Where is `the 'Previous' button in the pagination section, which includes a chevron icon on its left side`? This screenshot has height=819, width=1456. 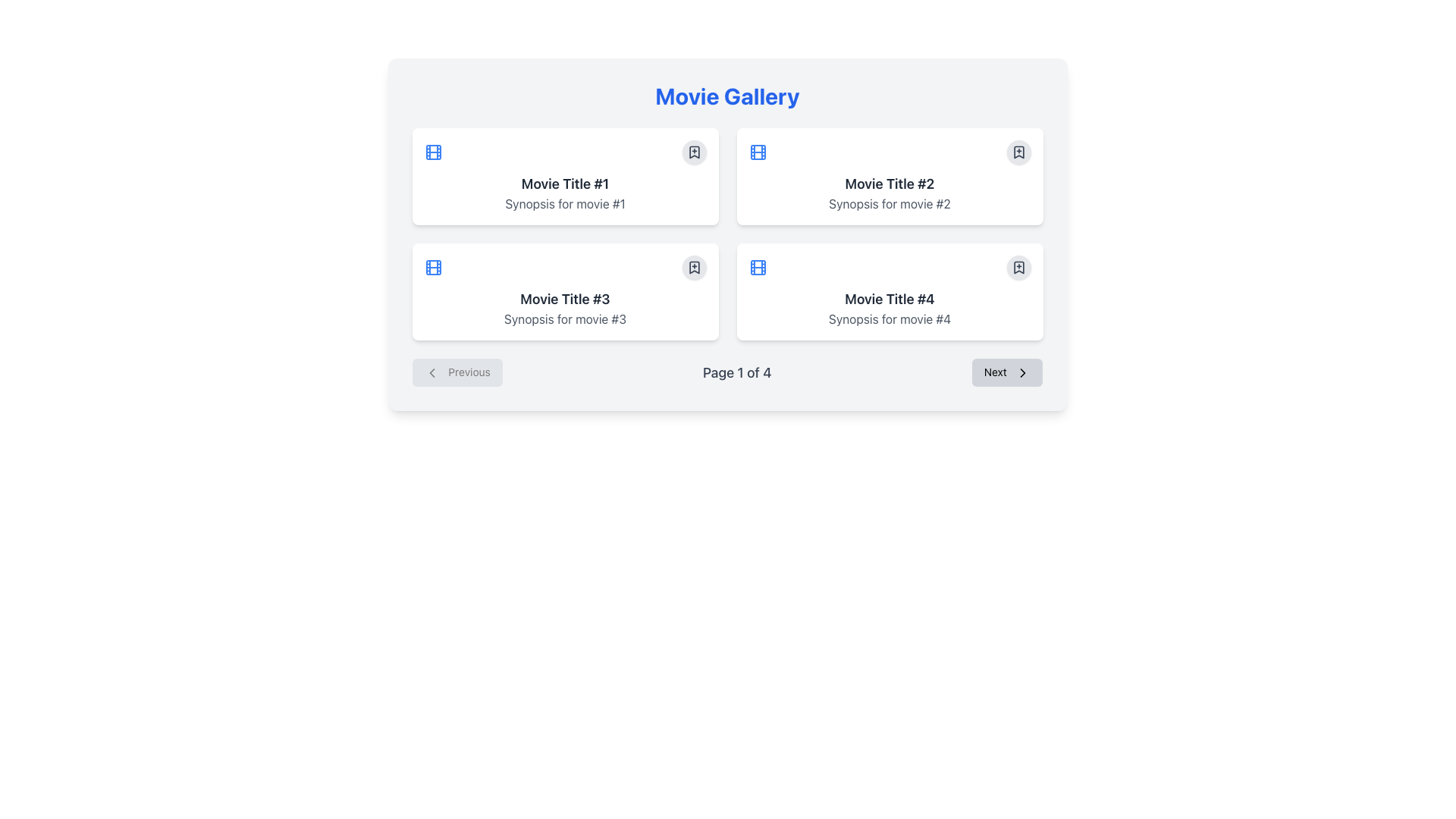
the 'Previous' button in the pagination section, which includes a chevron icon on its left side is located at coordinates (431, 373).